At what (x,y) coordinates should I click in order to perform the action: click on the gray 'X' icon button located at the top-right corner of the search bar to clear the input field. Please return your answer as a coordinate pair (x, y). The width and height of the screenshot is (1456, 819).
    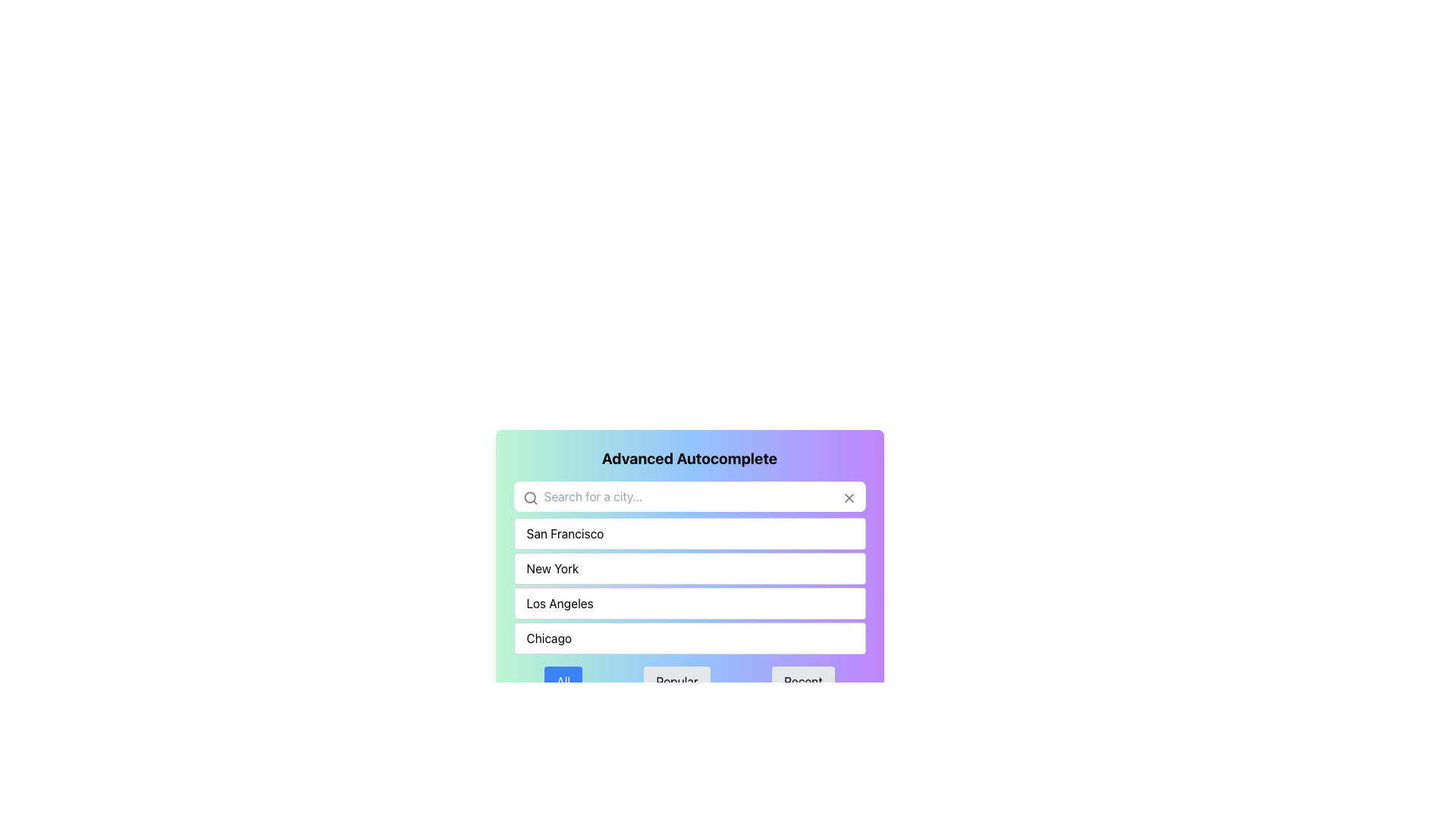
    Looking at the image, I should click on (848, 497).